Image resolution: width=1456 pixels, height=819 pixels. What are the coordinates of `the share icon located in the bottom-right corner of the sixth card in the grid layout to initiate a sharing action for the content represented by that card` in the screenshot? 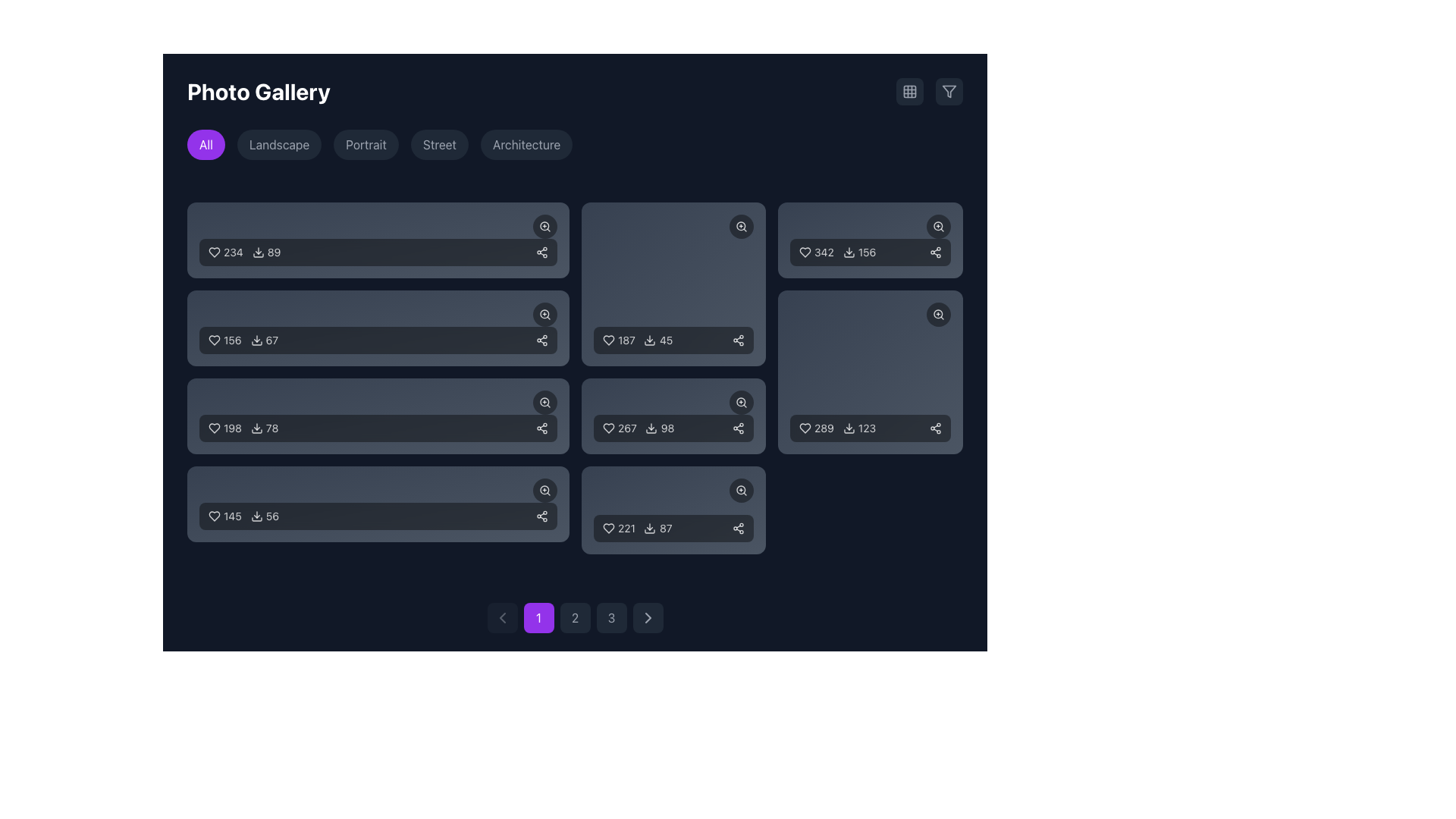 It's located at (739, 428).